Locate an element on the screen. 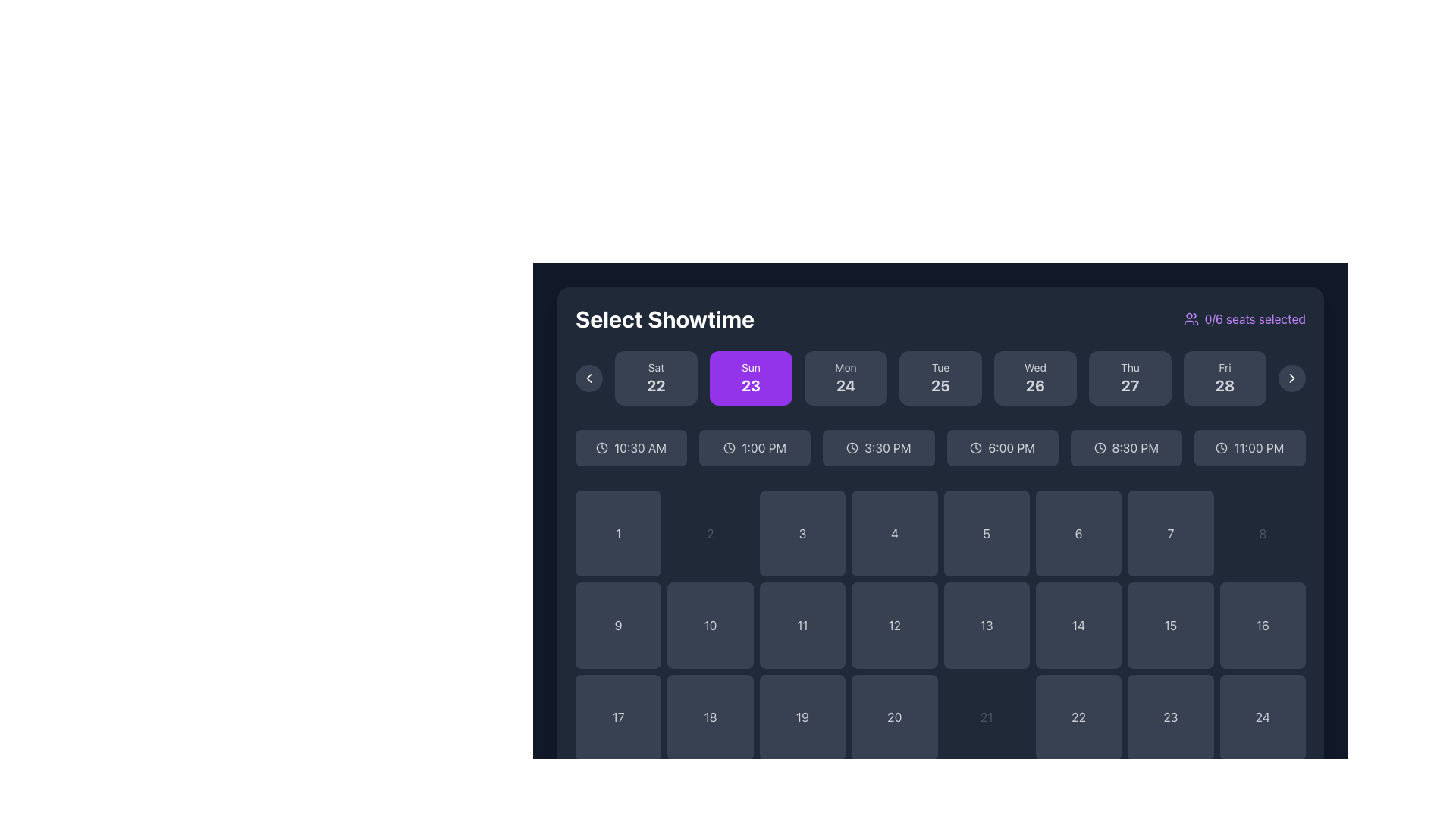  the square-shaped button with rounded corners that contains the number '9' in light gray text, located in the second row, first column of the grid layout is located at coordinates (618, 626).